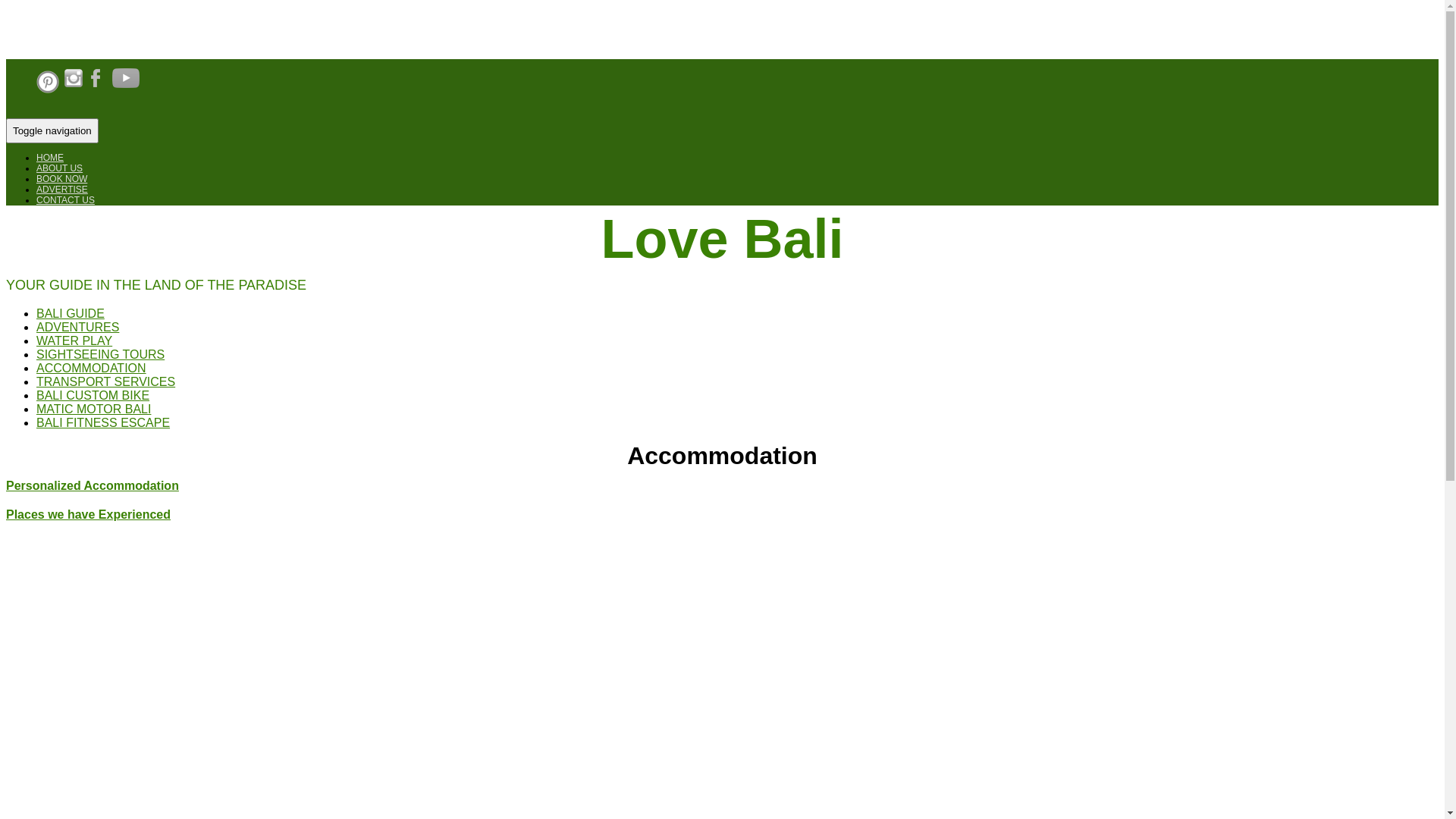 The height and width of the screenshot is (819, 1456). I want to click on 'BALI CUSTOM BIKE', so click(92, 394).